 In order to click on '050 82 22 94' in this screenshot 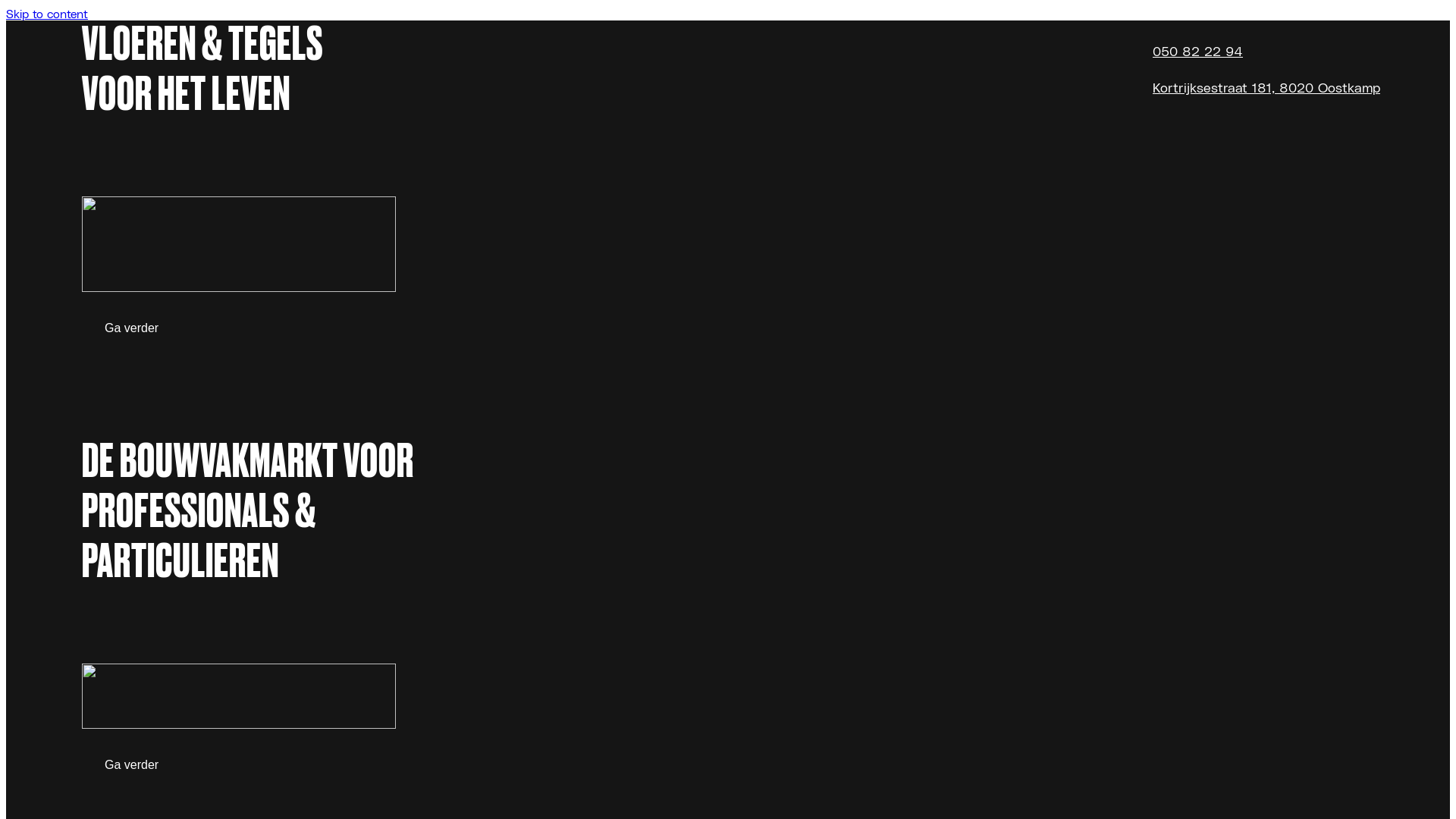, I will do `click(1197, 49)`.